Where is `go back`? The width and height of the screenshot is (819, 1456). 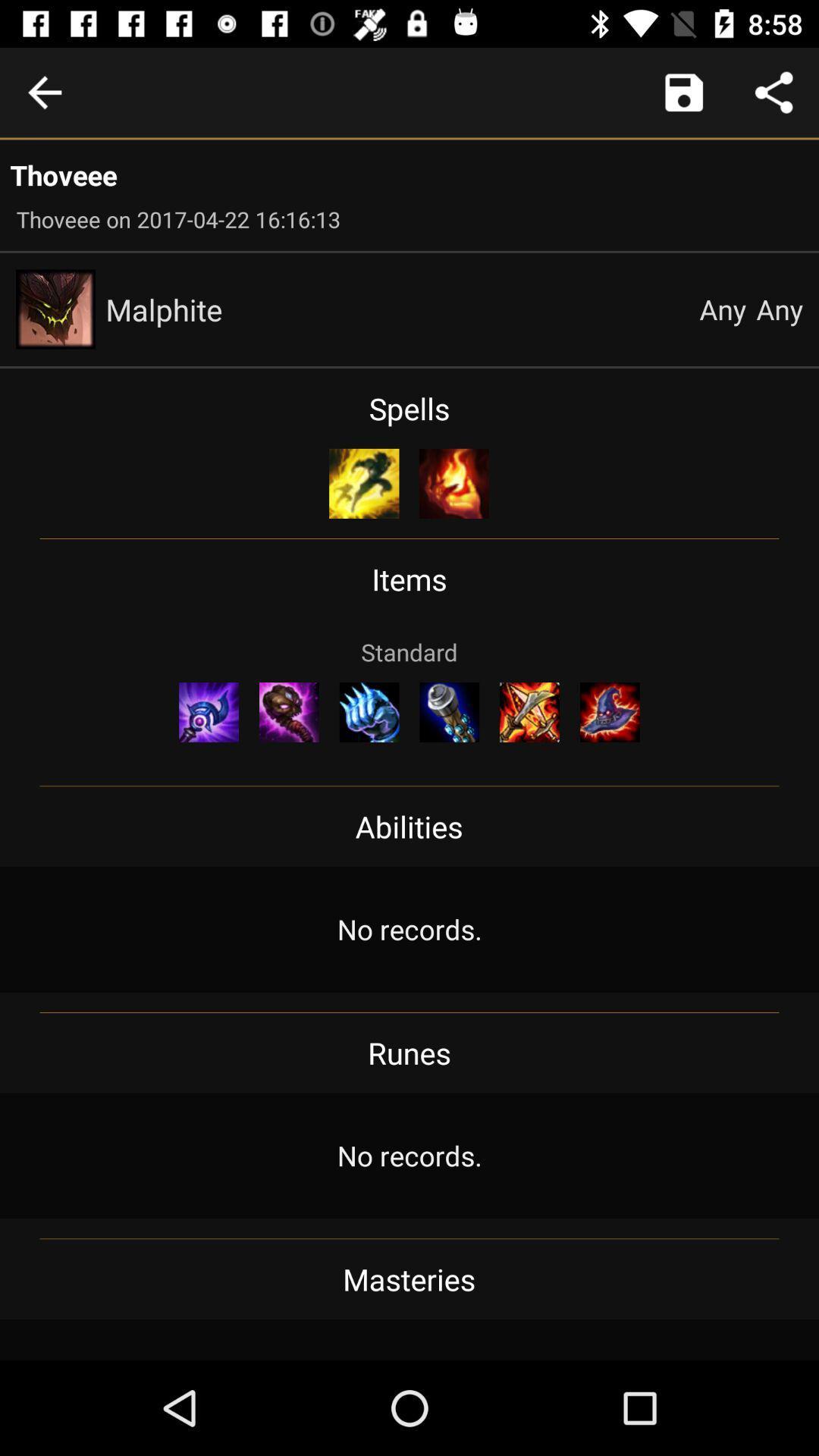 go back is located at coordinates (44, 92).